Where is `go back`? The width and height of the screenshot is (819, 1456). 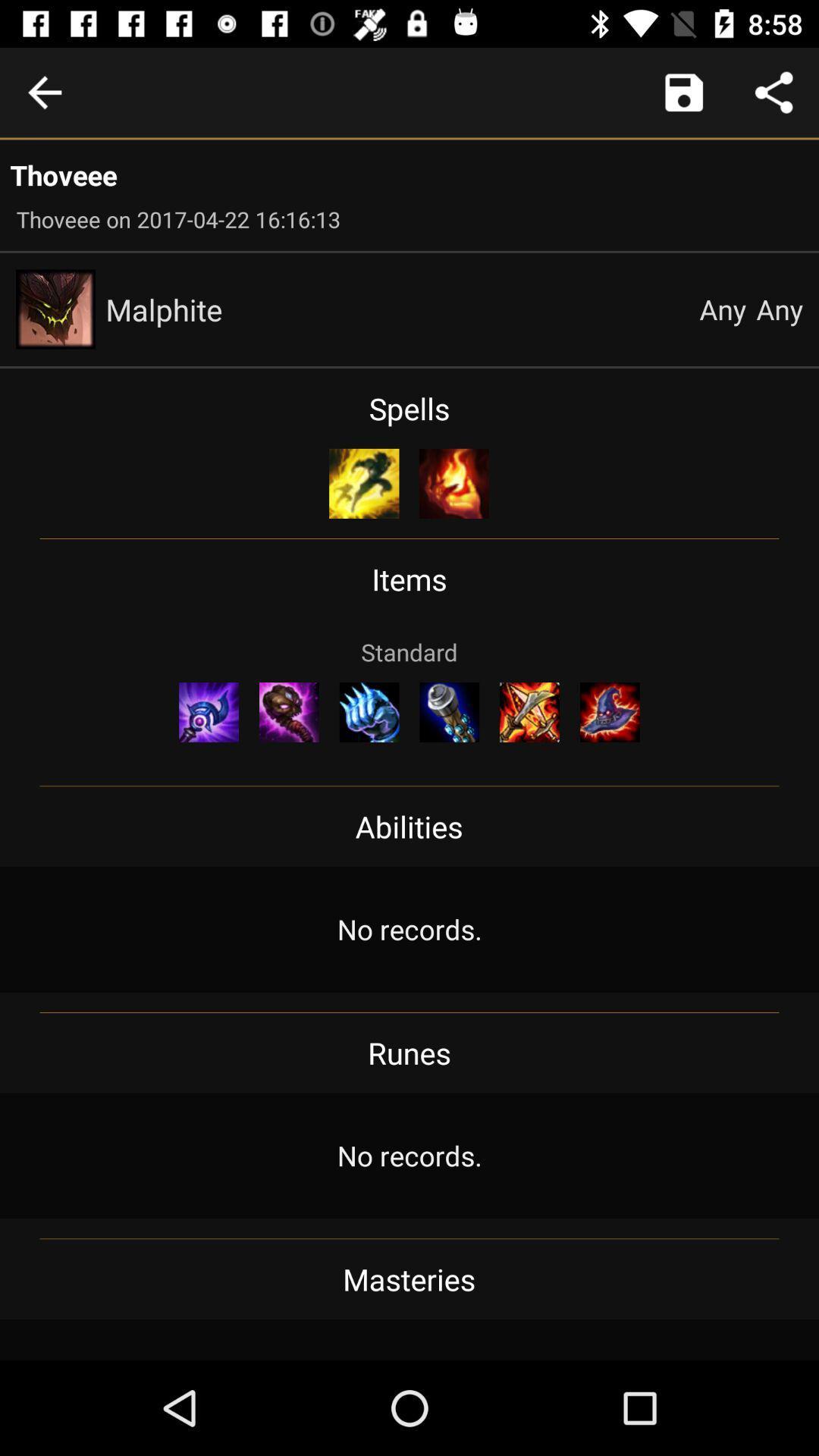 go back is located at coordinates (44, 92).